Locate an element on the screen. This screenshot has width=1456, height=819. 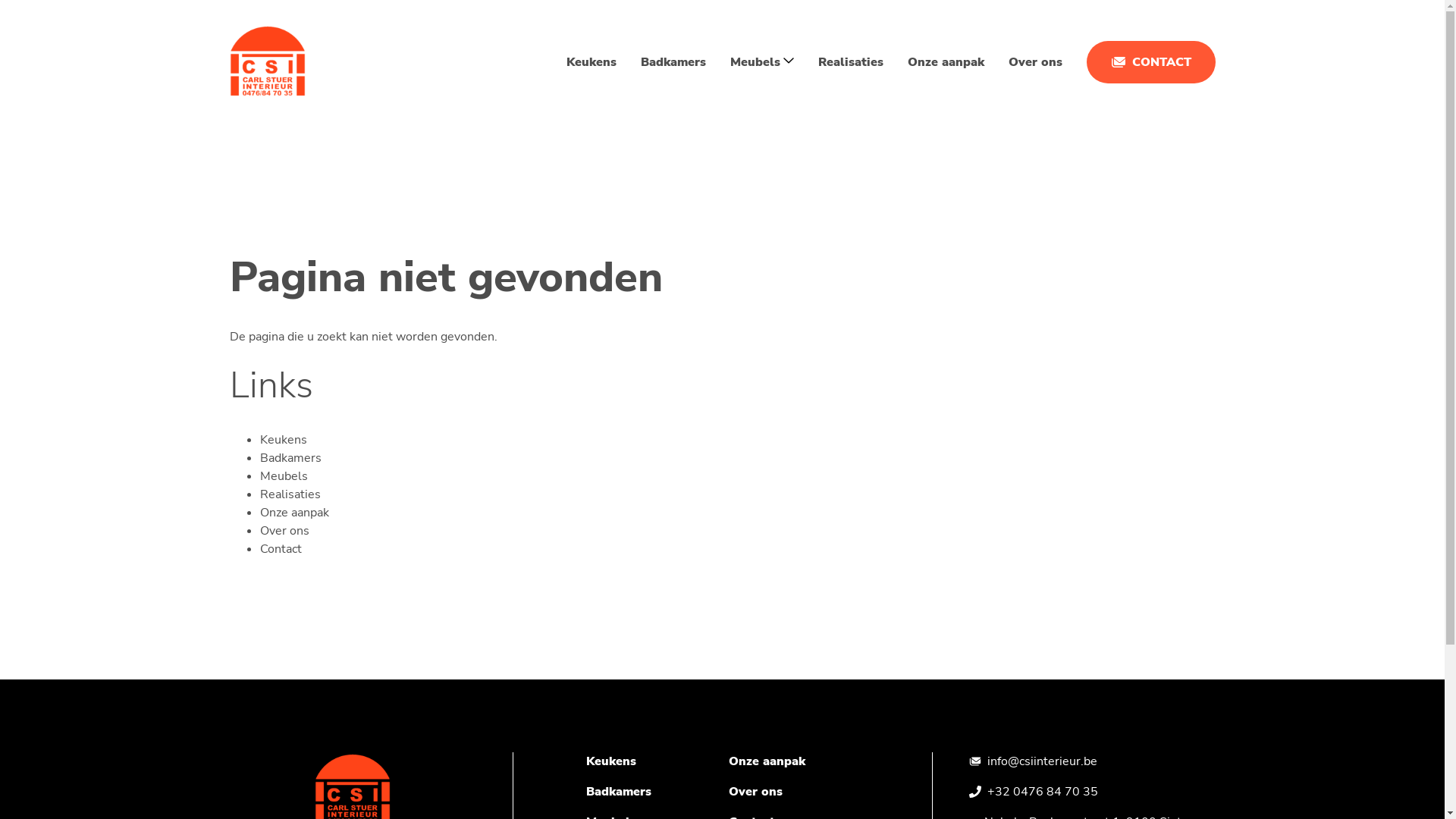
'Realisaties' is located at coordinates (850, 61).